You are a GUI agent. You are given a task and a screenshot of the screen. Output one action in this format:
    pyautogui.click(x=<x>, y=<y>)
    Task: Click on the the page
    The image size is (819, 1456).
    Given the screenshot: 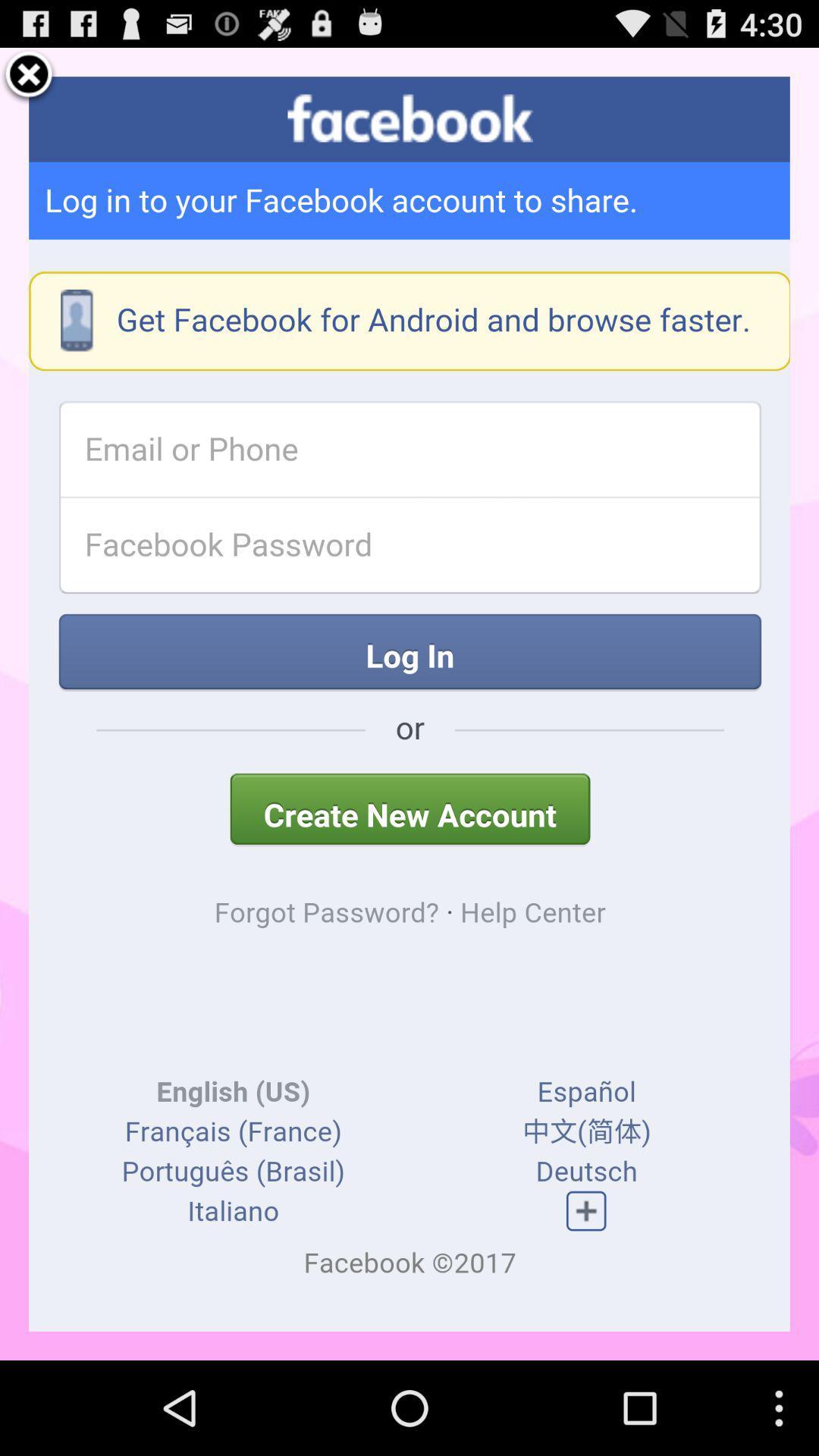 What is the action you would take?
    pyautogui.click(x=29, y=76)
    